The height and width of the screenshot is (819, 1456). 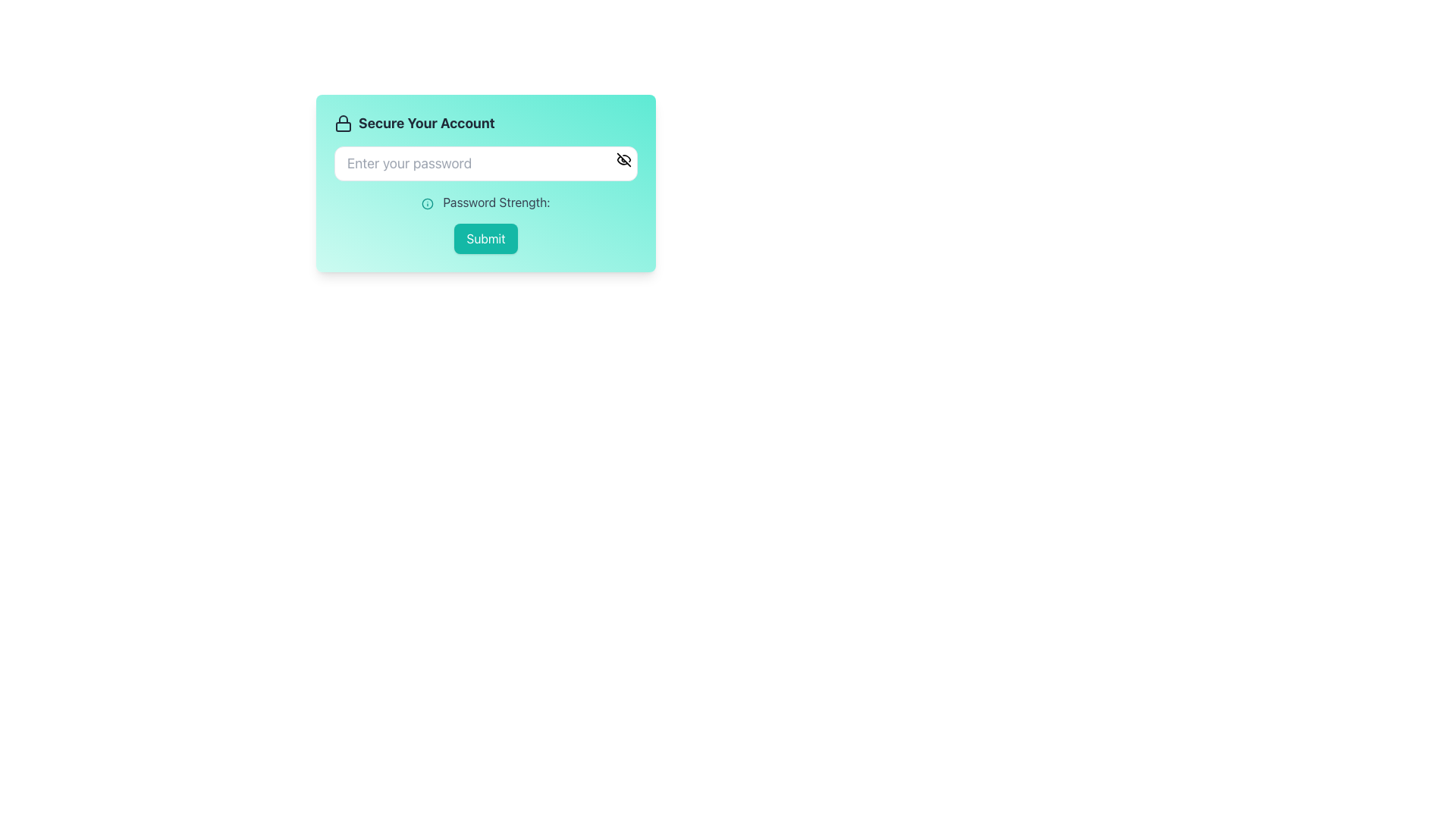 What do you see at coordinates (623, 160) in the screenshot?
I see `the icon button located on the extreme right of the password input field` at bounding box center [623, 160].